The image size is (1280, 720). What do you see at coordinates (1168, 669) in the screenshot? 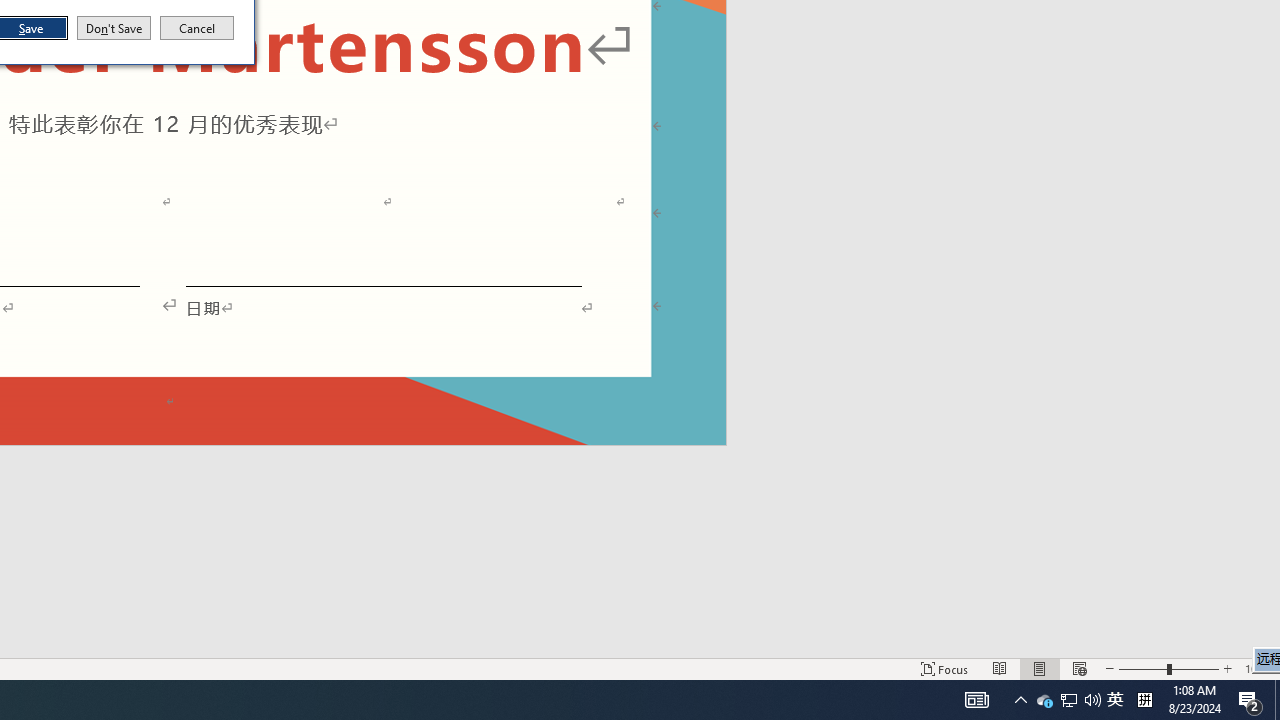
I see `'Zoom'` at bounding box center [1168, 669].